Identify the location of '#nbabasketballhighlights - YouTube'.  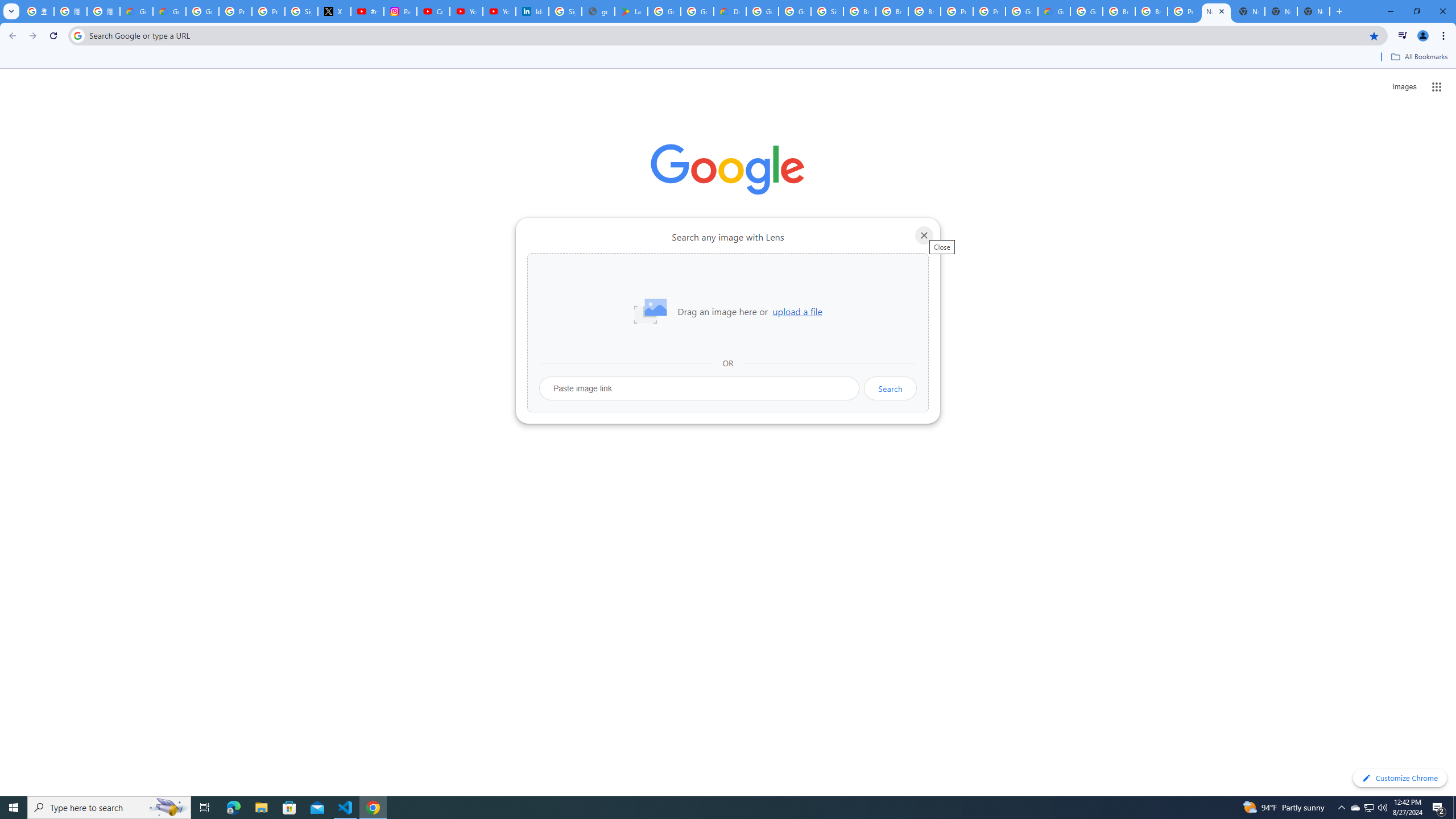
(367, 11).